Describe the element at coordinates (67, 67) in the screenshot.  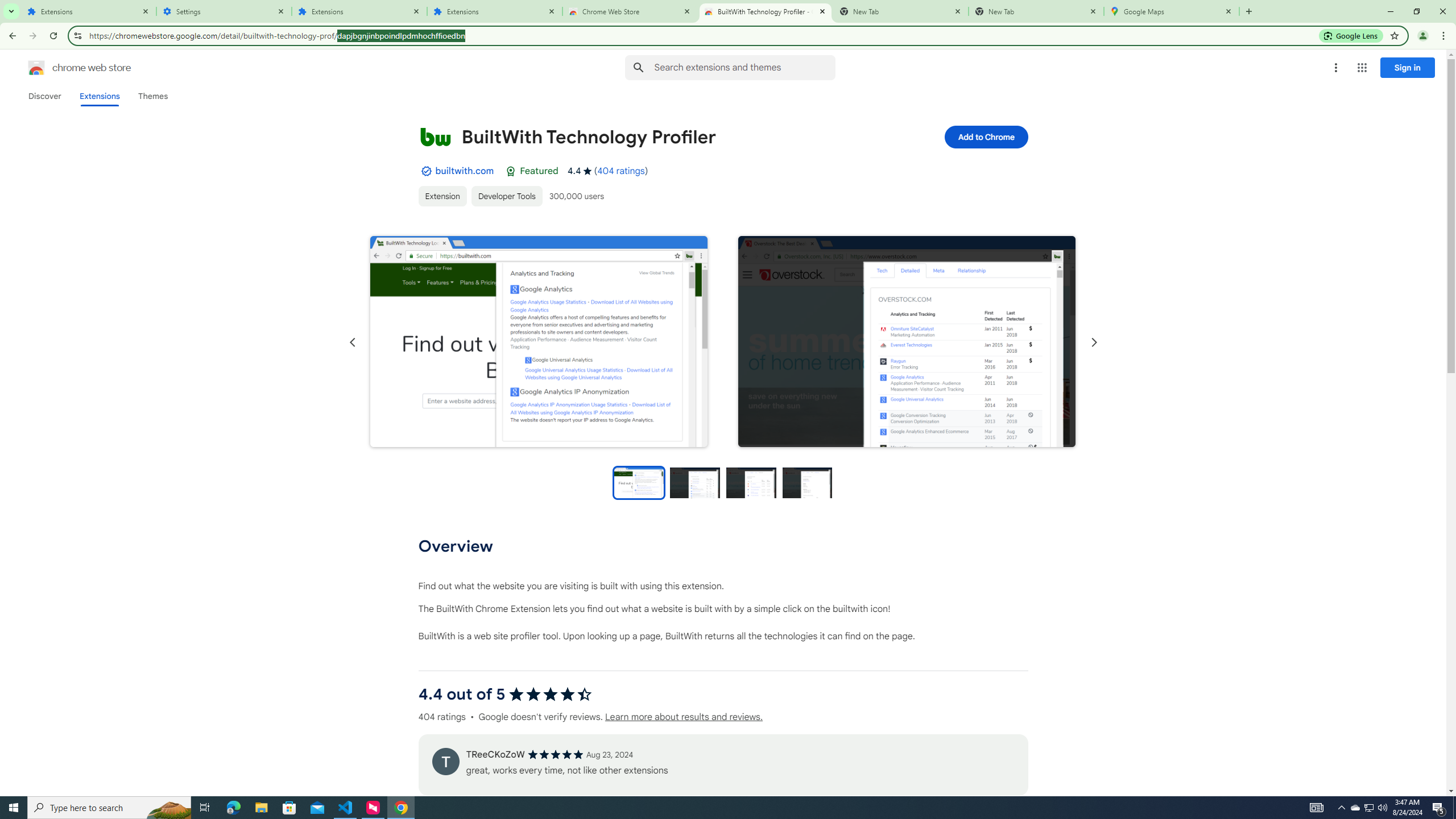
I see `'Chrome Web Store logo chrome web store'` at that location.